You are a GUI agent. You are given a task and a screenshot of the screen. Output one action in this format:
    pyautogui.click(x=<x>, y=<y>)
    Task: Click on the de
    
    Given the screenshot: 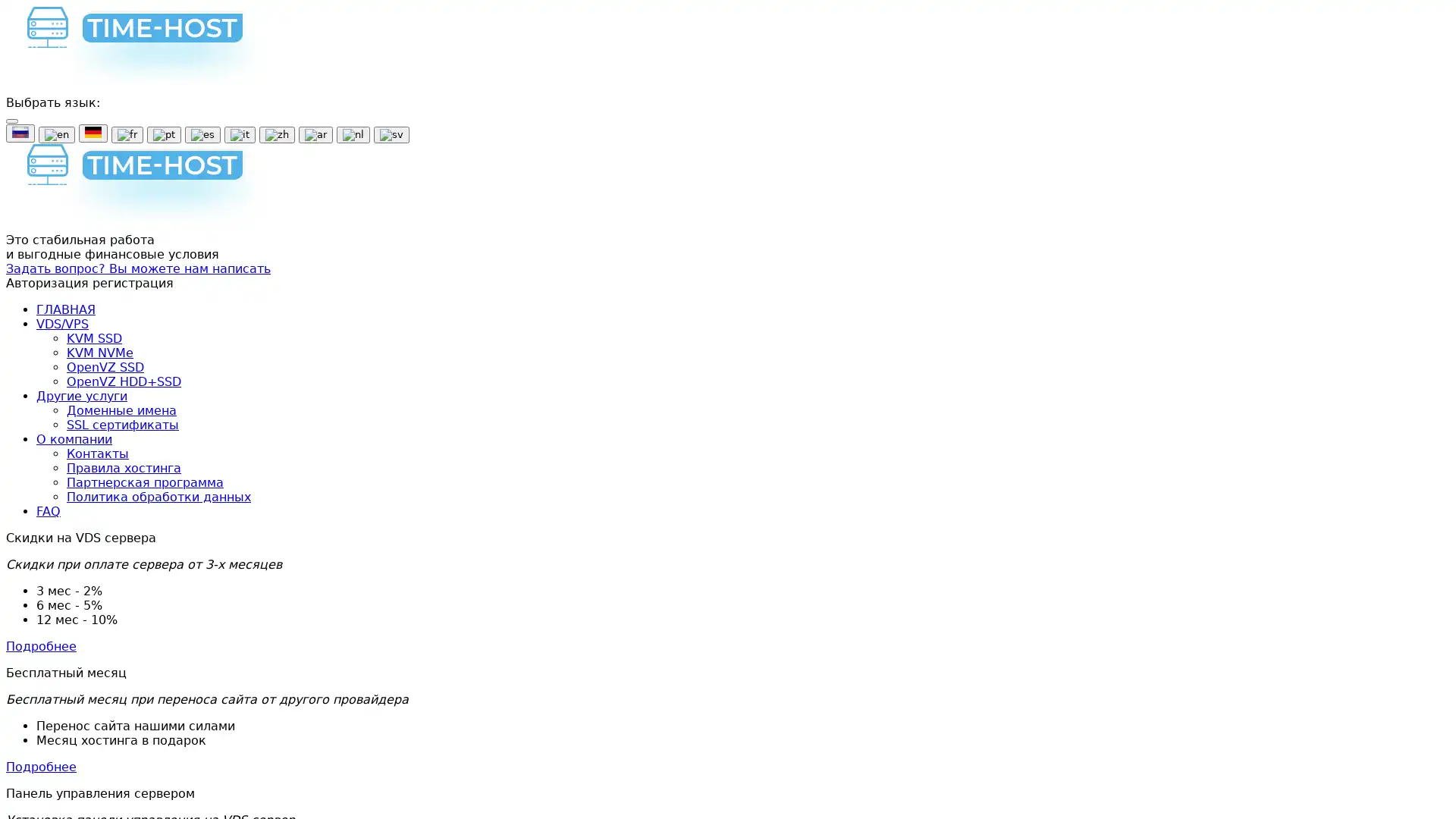 What is the action you would take?
    pyautogui.click(x=93, y=133)
    